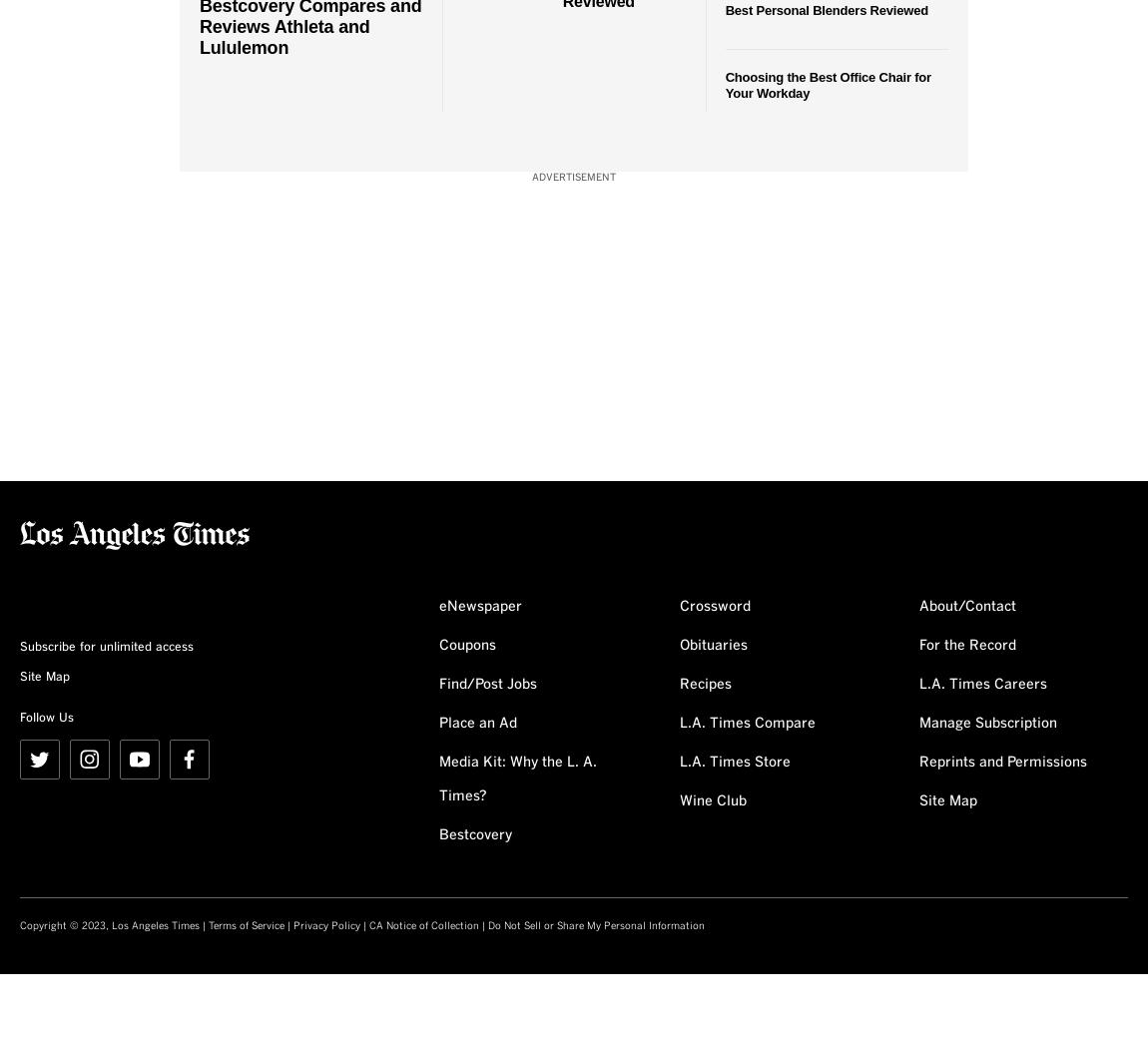 This screenshot has height=1040, width=1148. Describe the element at coordinates (703, 684) in the screenshot. I see `'Recipes'` at that location.